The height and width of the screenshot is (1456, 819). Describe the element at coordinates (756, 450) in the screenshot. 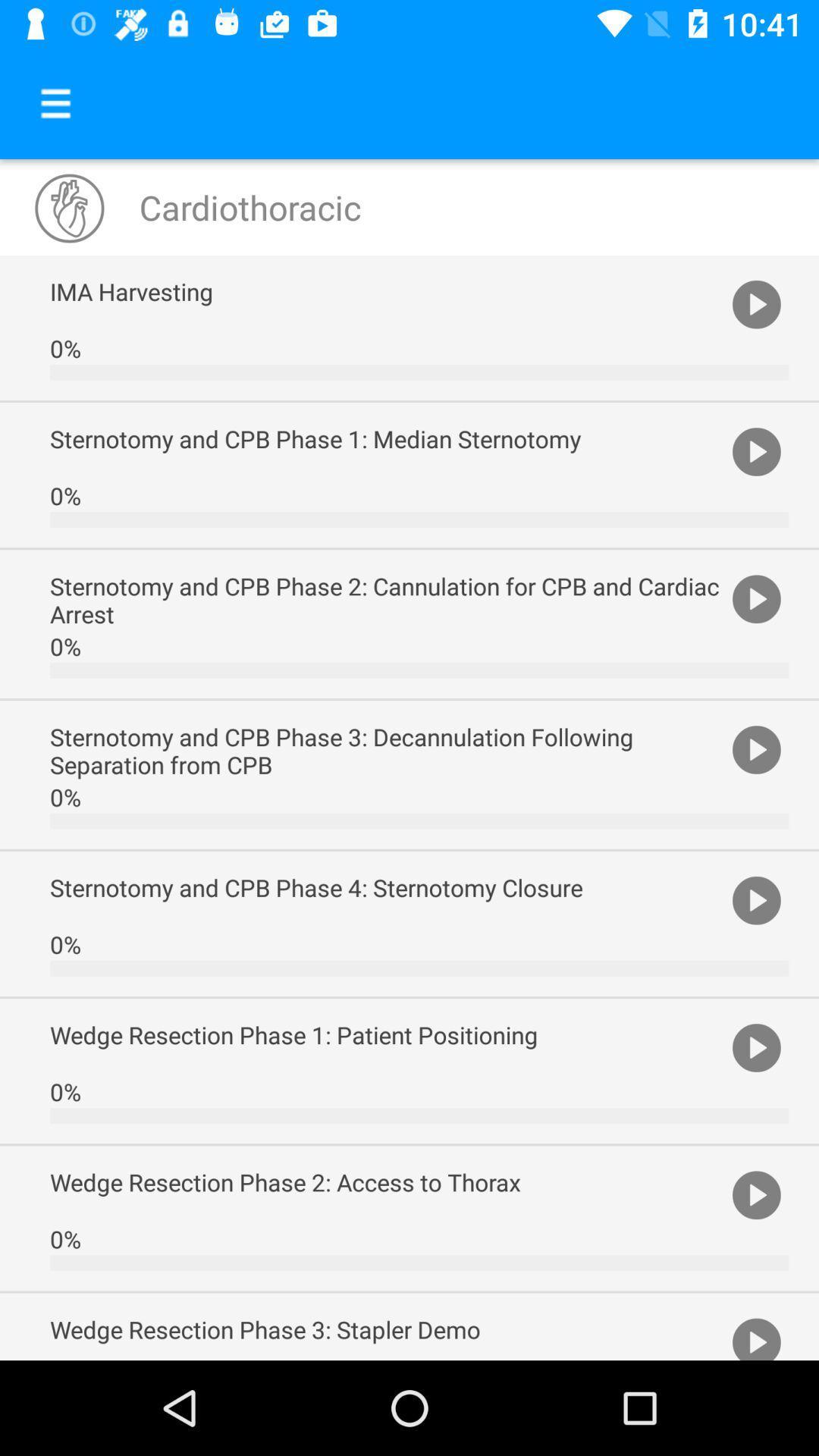

I see `item to the right of sternotomy and cpb` at that location.